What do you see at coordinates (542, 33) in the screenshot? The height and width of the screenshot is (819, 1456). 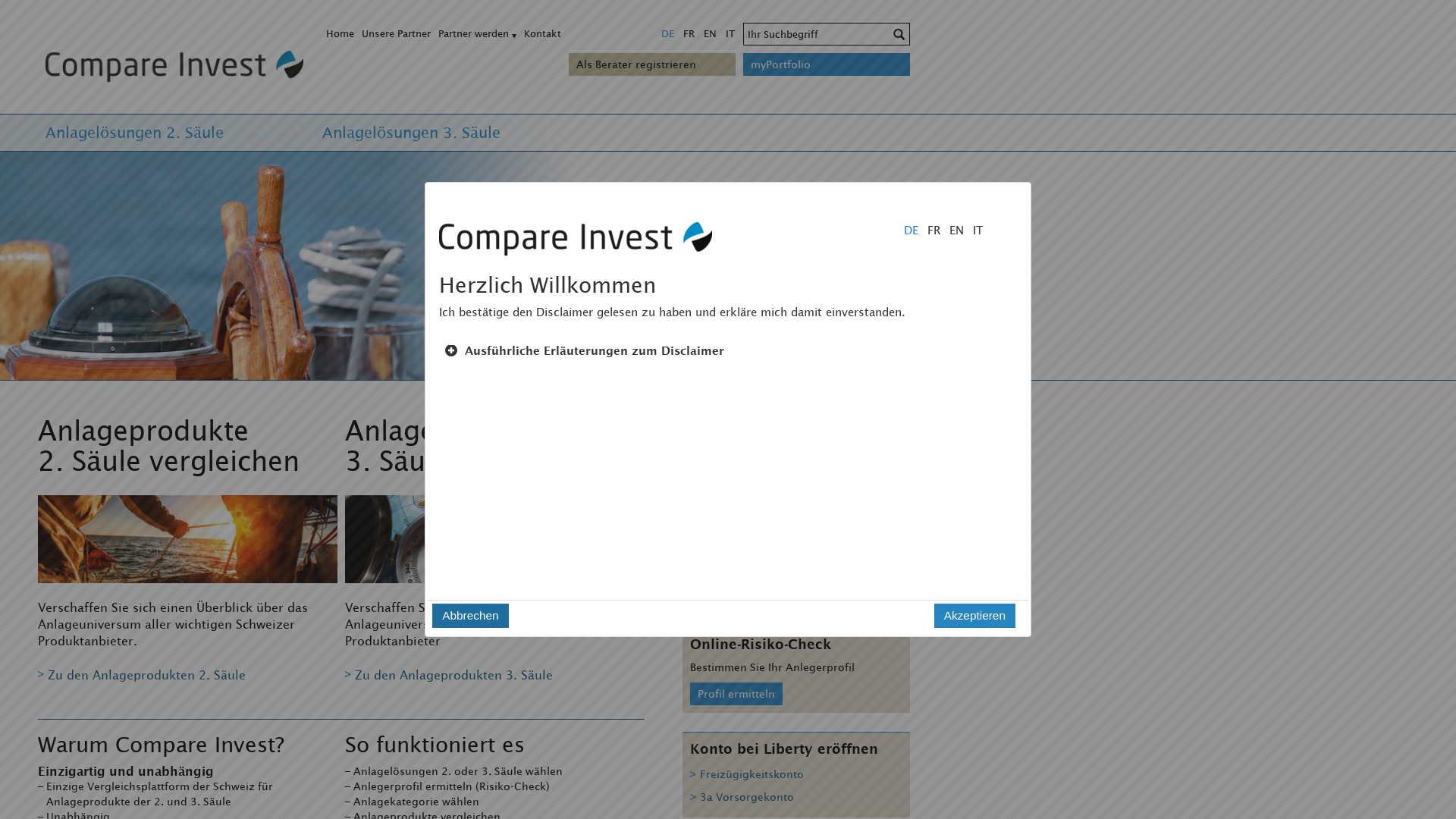 I see `'Kontakt'` at bounding box center [542, 33].